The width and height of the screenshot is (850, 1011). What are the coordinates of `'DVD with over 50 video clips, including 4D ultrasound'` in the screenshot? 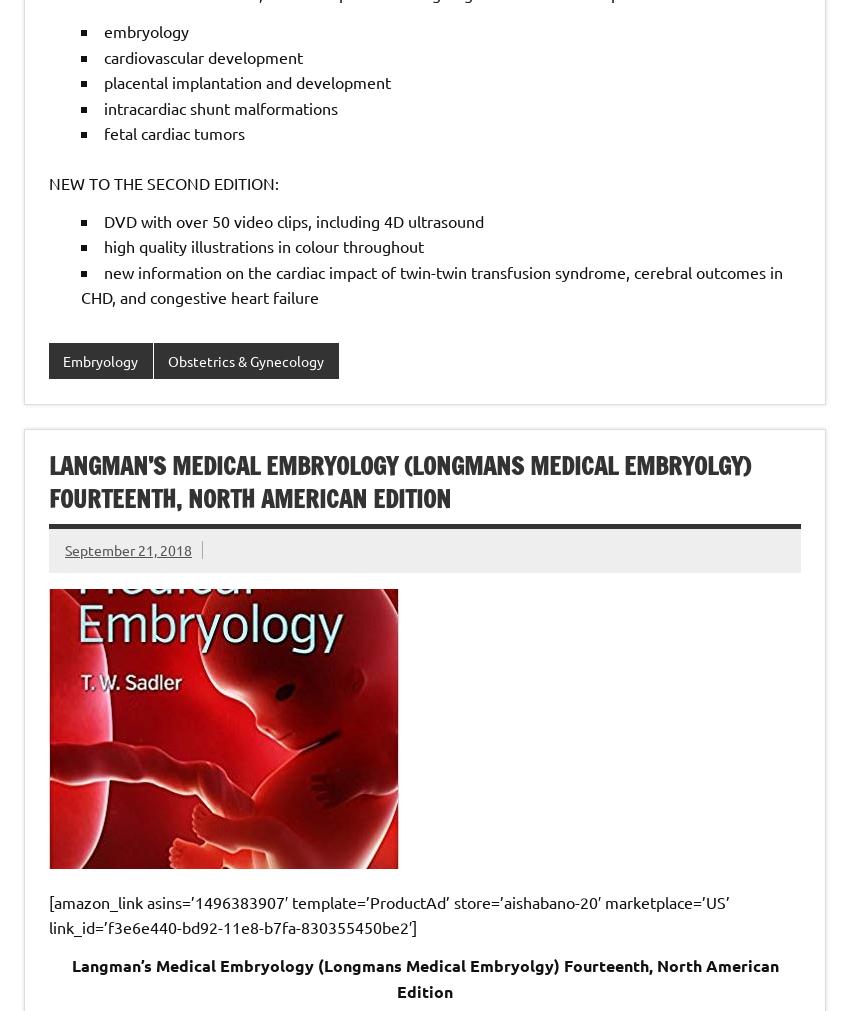 It's located at (293, 219).